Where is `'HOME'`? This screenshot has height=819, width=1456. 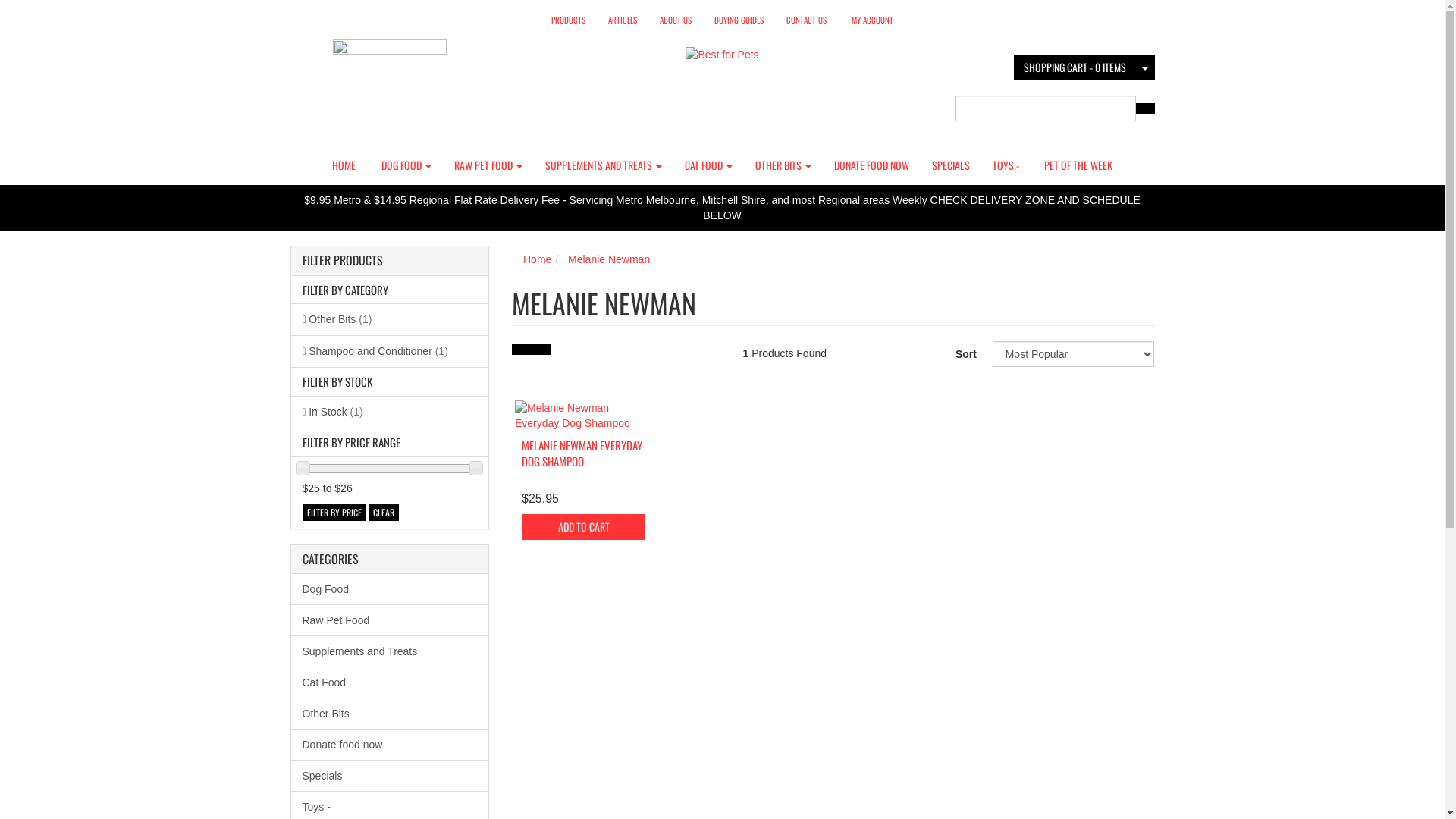
'HOME' is located at coordinates (343, 165).